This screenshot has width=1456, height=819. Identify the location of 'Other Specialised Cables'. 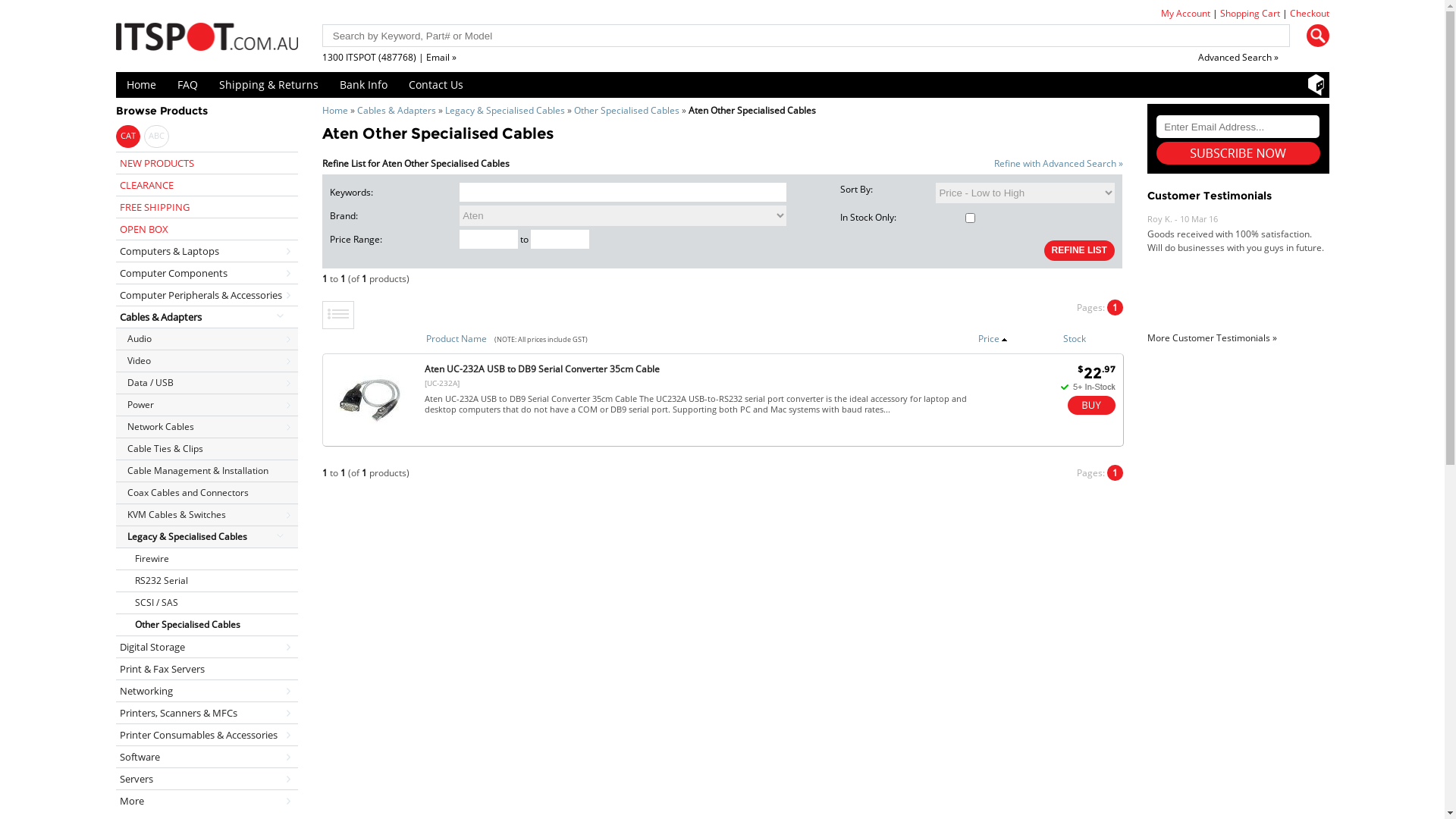
(206, 624).